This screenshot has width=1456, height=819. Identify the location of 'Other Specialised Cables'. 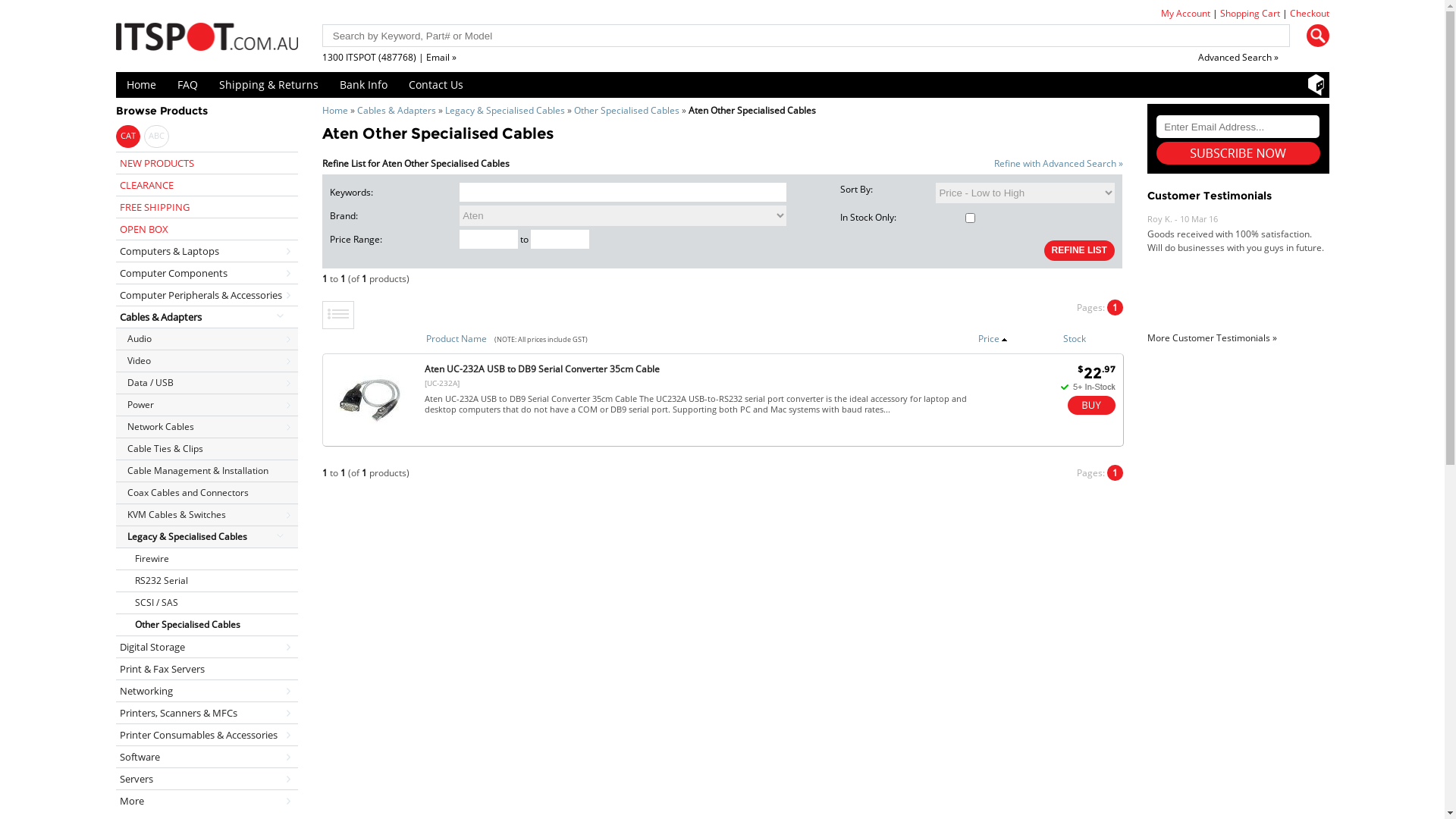
(206, 624).